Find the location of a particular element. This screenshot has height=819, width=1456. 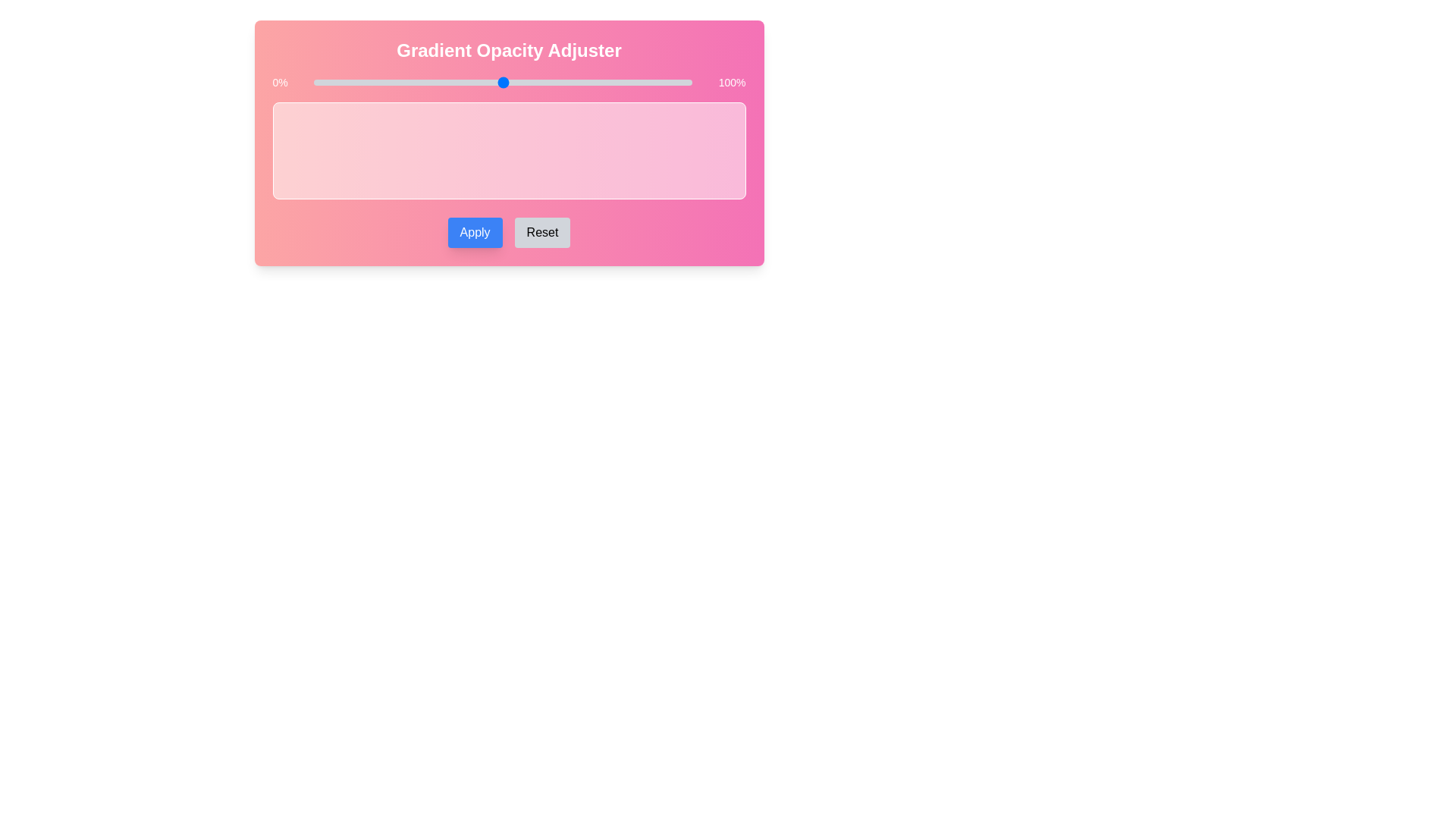

the opacity to 65% using the slider is located at coordinates (559, 82).